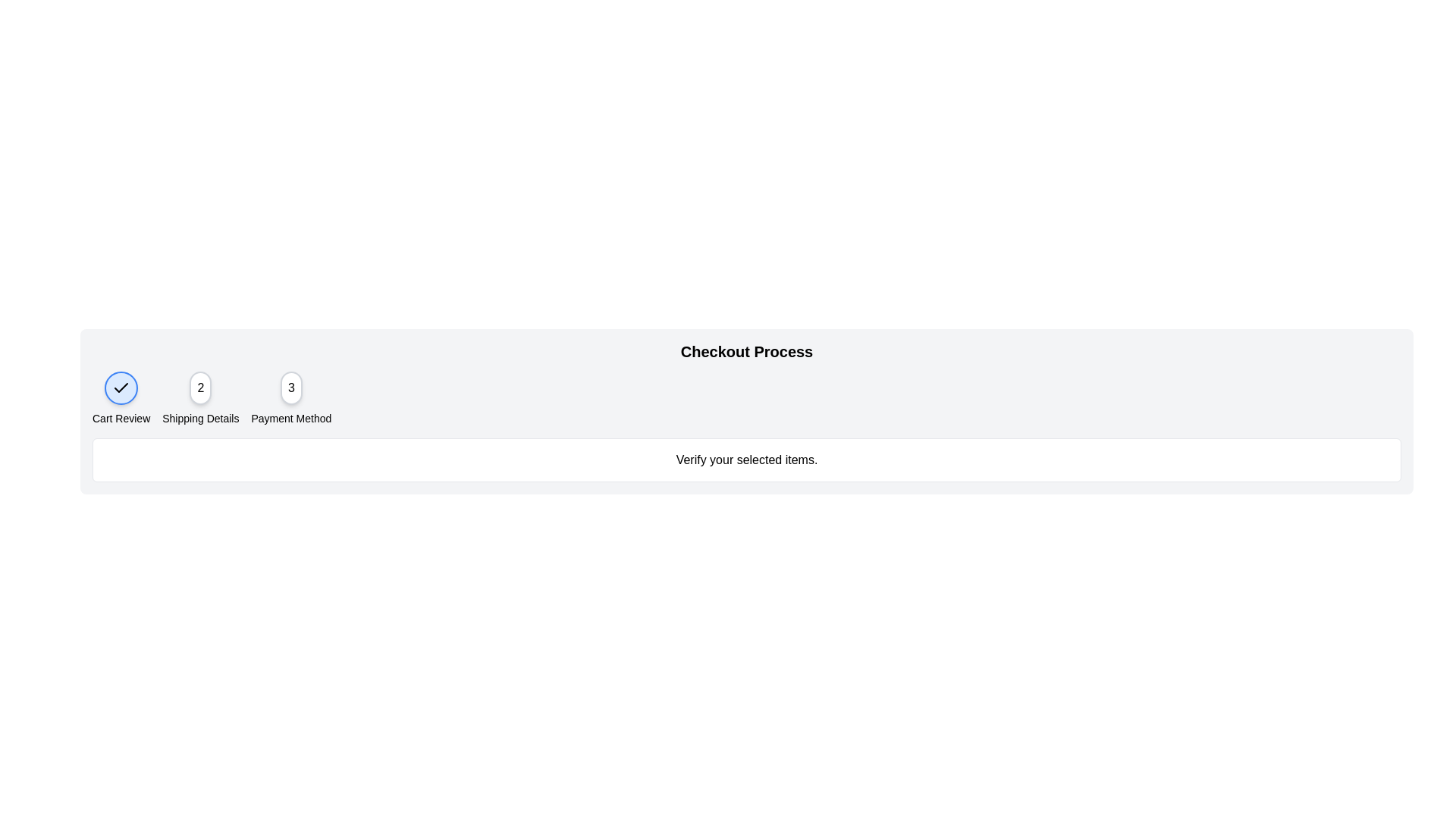  Describe the element at coordinates (199, 397) in the screenshot. I see `the 'Shipping Details' step in the navigation step indicator` at that location.